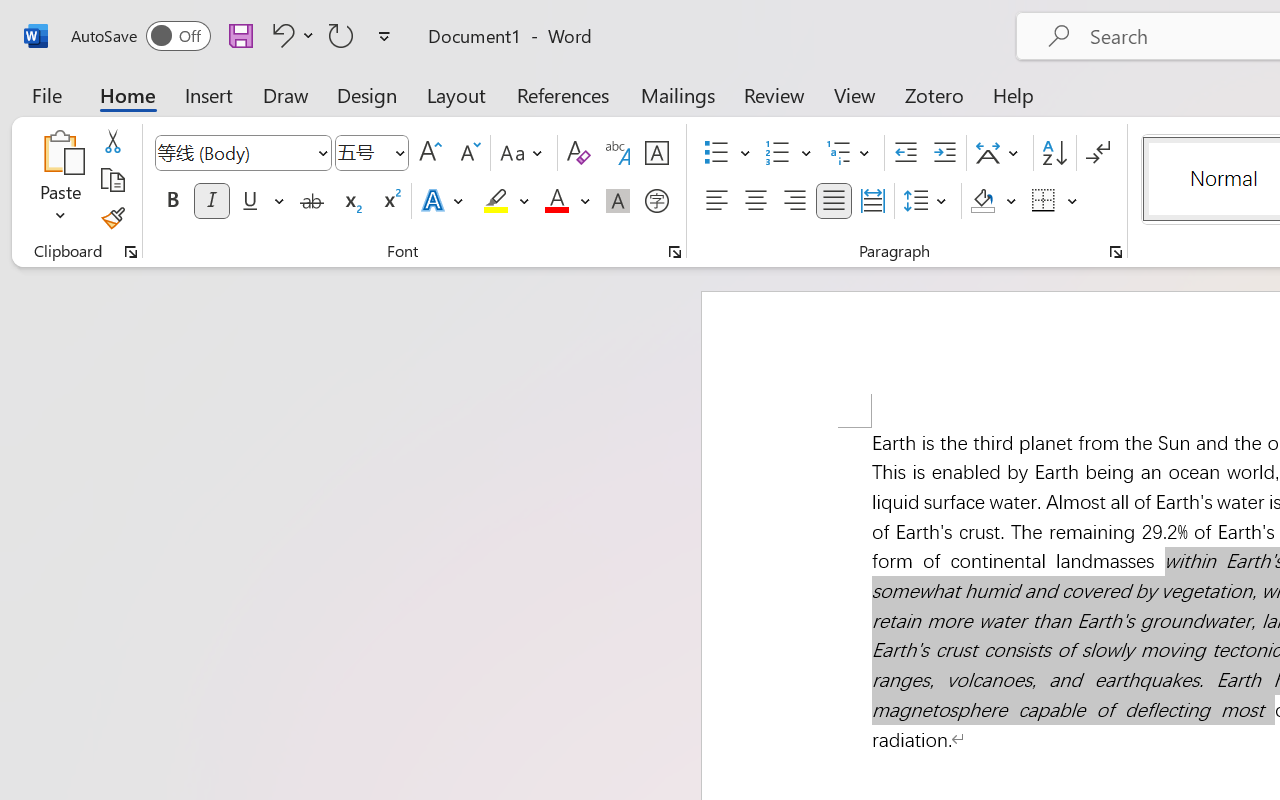  Describe the element at coordinates (834, 201) in the screenshot. I see `'Justify'` at that location.